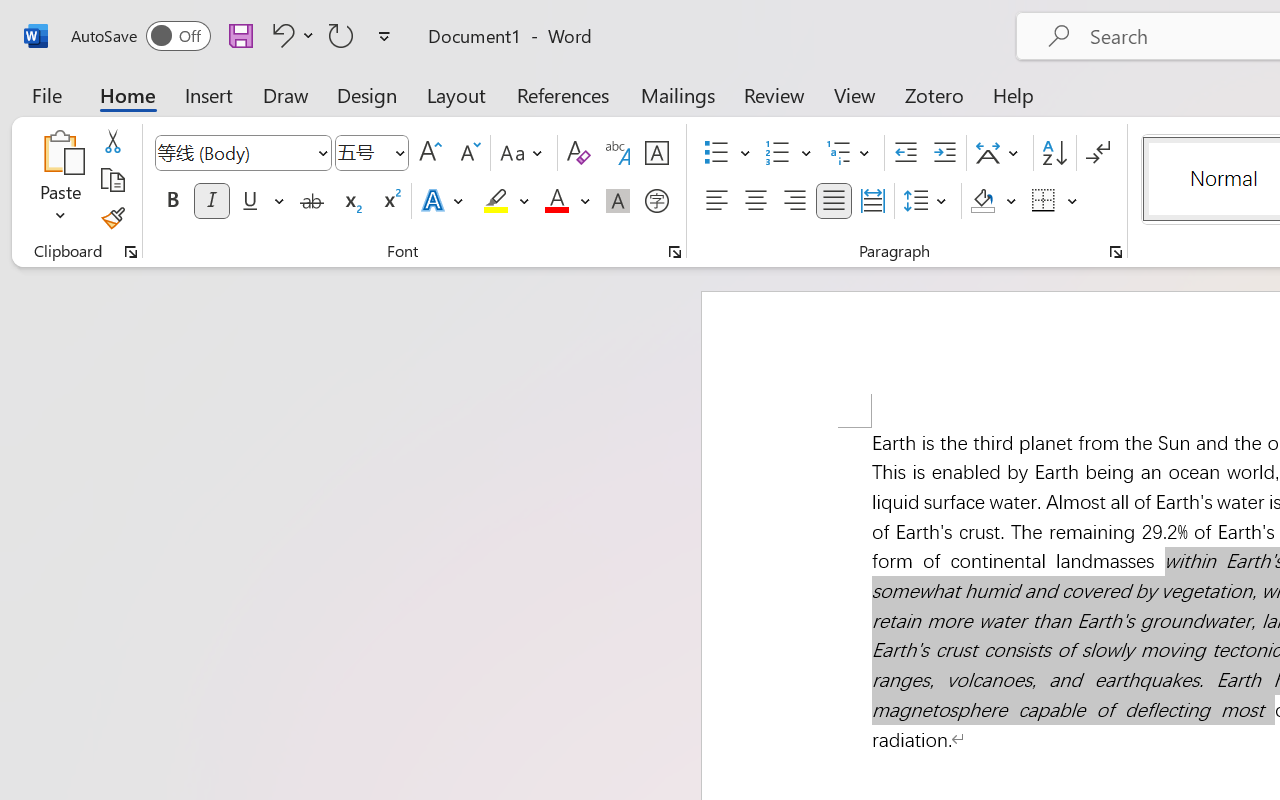  Describe the element at coordinates (834, 201) in the screenshot. I see `'Justify'` at that location.